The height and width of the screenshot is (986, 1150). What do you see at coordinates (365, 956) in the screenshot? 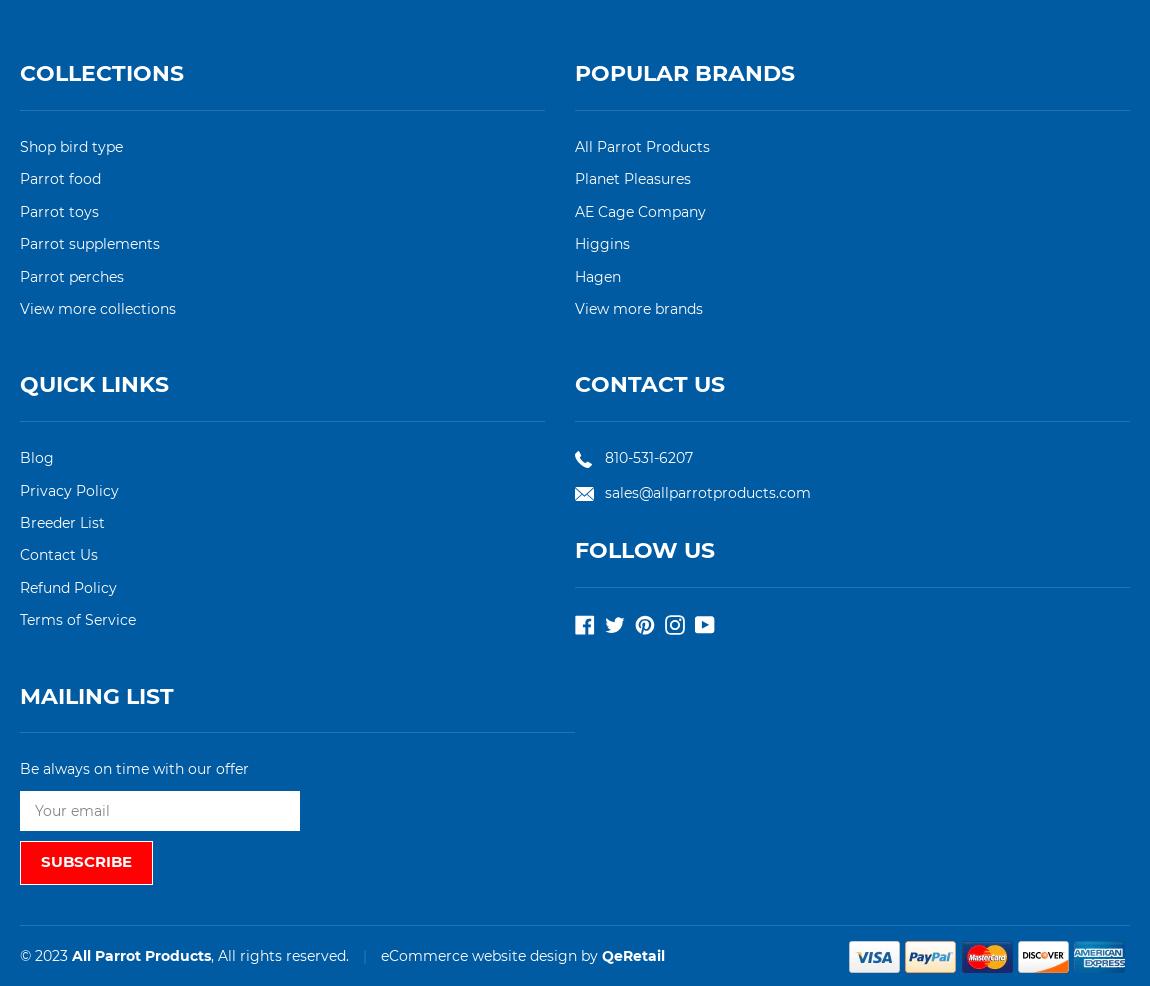
I see `'|'` at bounding box center [365, 956].